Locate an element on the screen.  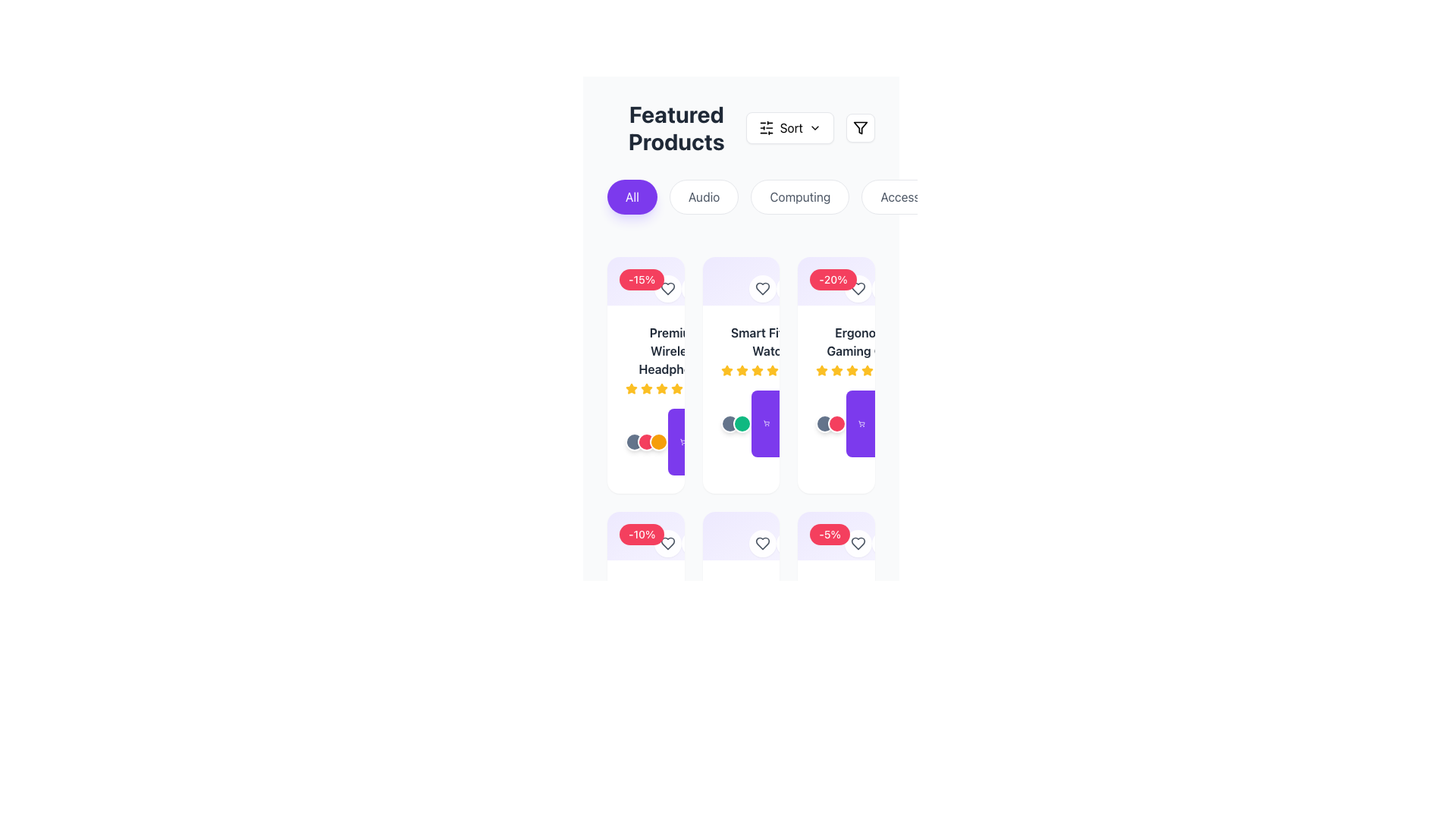
the leftmost circular button in the top-right corner of the product card to mark the product as favorite is located at coordinates (763, 289).